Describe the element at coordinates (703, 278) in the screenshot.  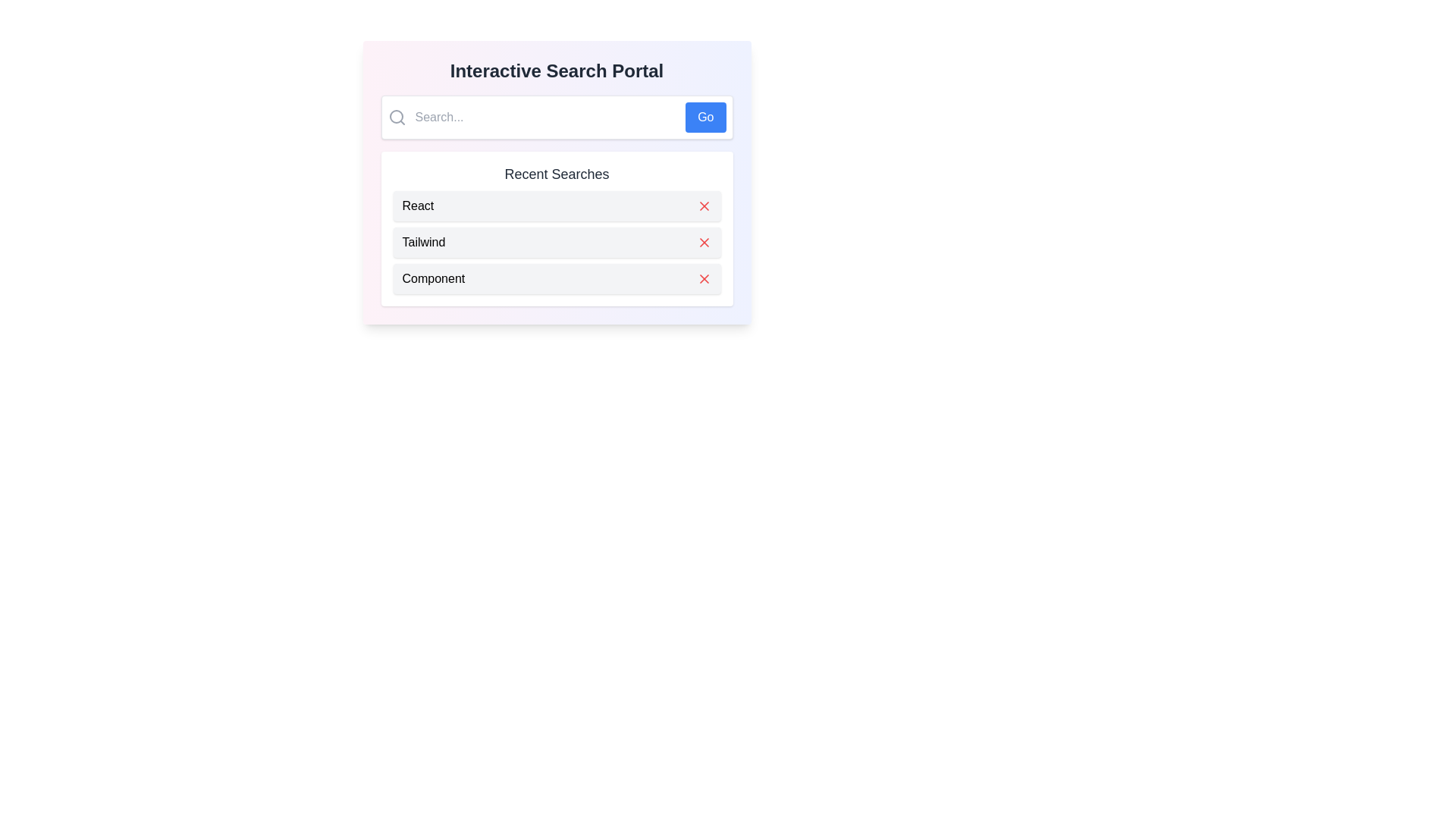
I see `the cross symbol icon located to the far right of the 'Component' entry in the 'Recent Searches' section` at that location.